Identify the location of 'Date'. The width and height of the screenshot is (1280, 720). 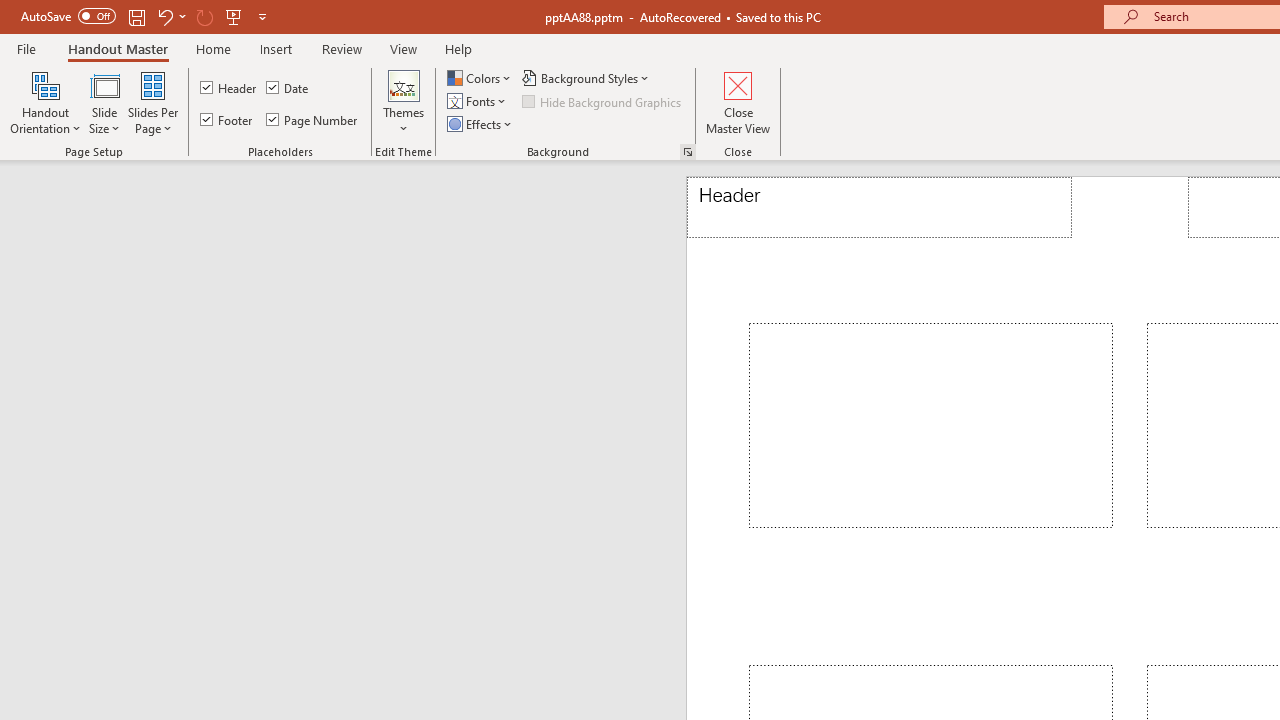
(287, 86).